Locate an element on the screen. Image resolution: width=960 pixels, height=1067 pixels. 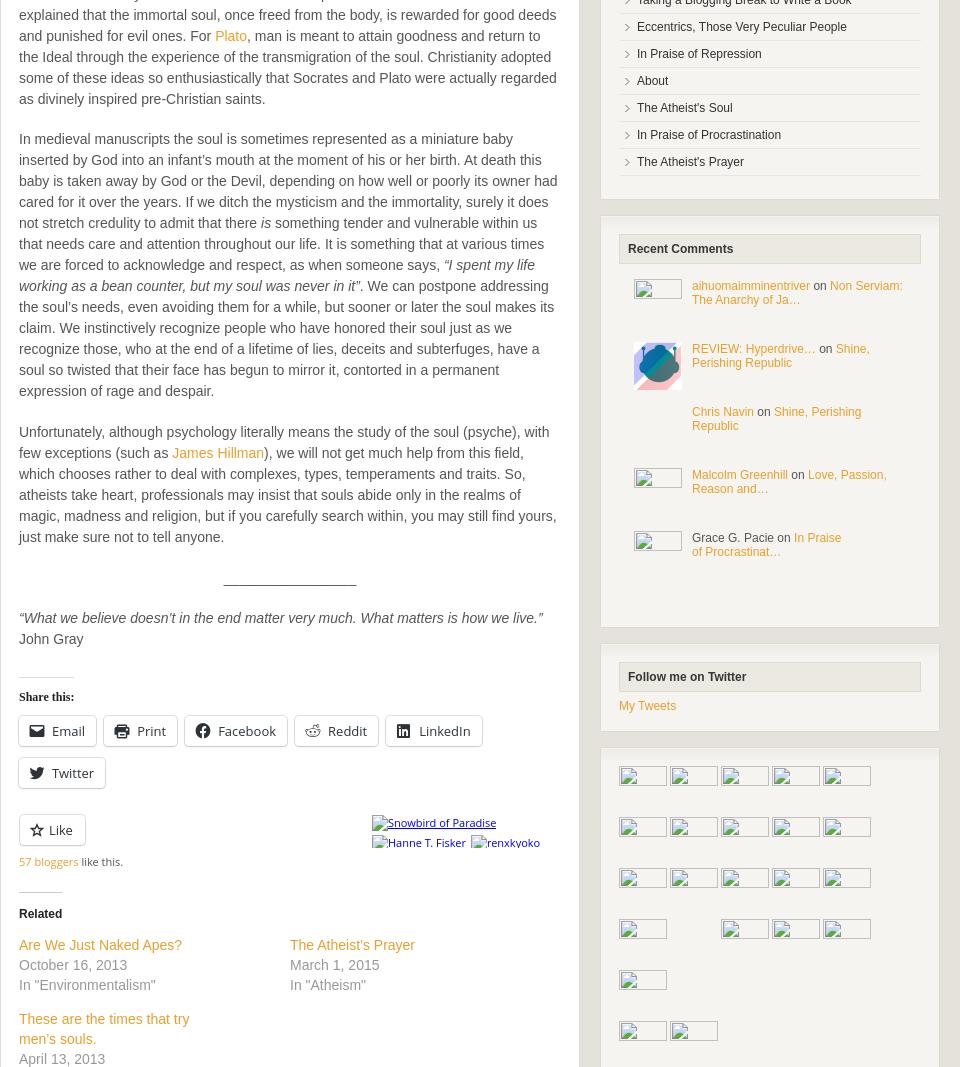
'Share this:' is located at coordinates (45, 696).